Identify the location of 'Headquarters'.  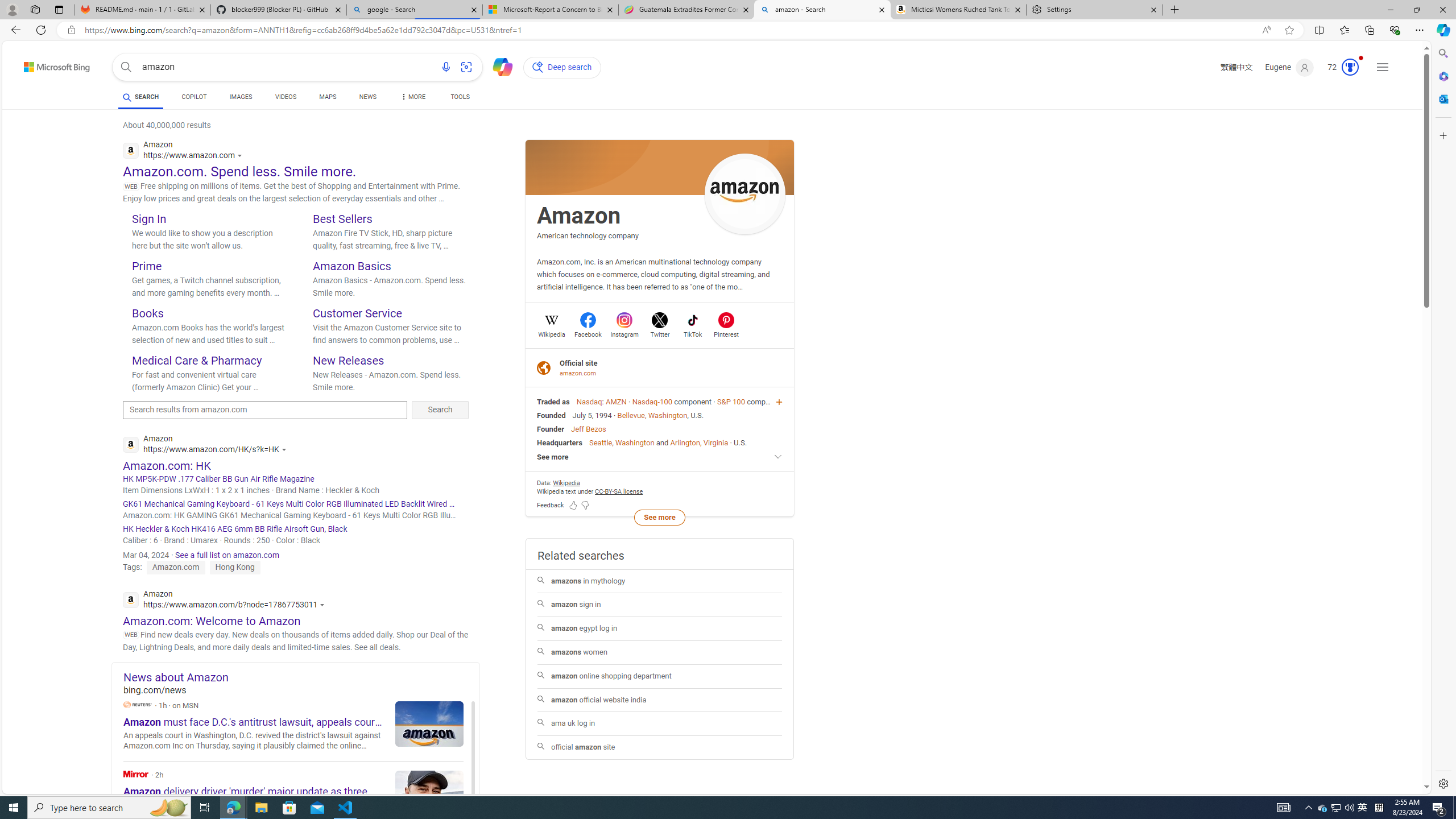
(559, 442).